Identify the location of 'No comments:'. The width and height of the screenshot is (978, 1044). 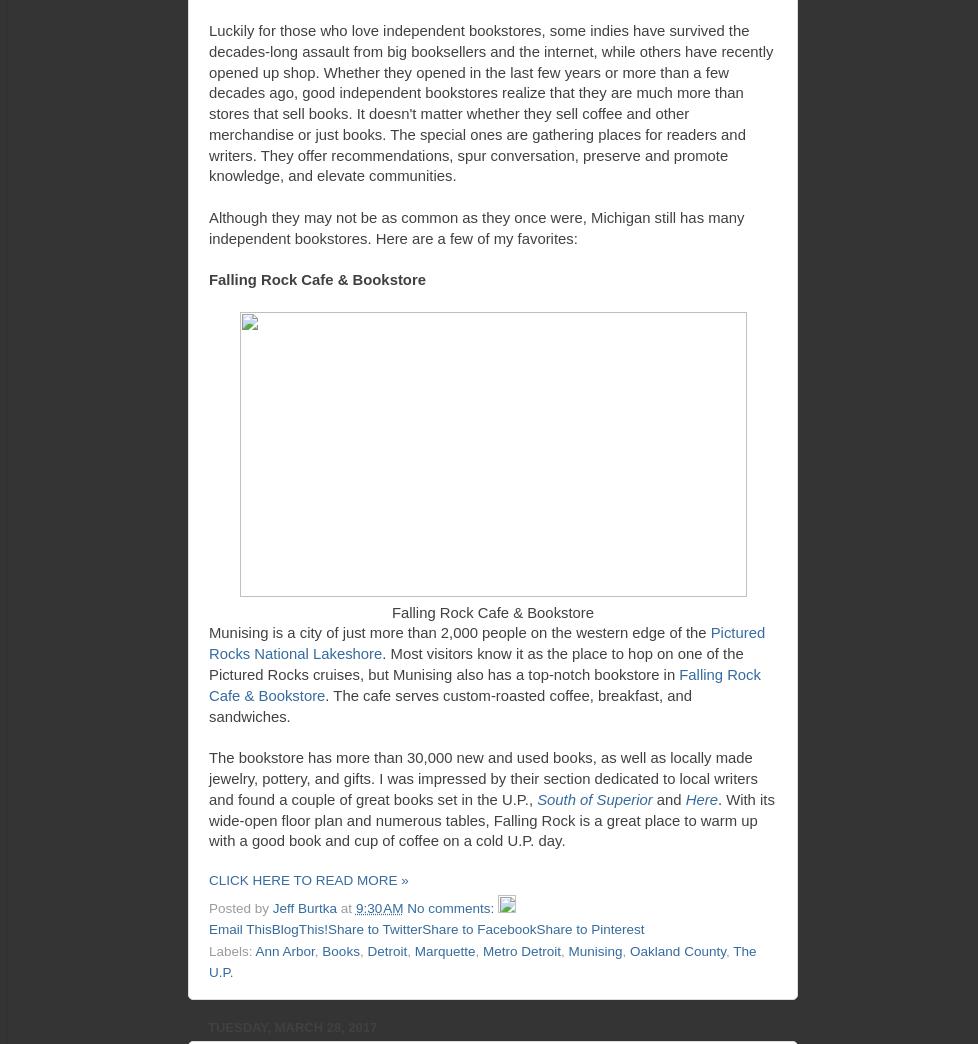
(451, 907).